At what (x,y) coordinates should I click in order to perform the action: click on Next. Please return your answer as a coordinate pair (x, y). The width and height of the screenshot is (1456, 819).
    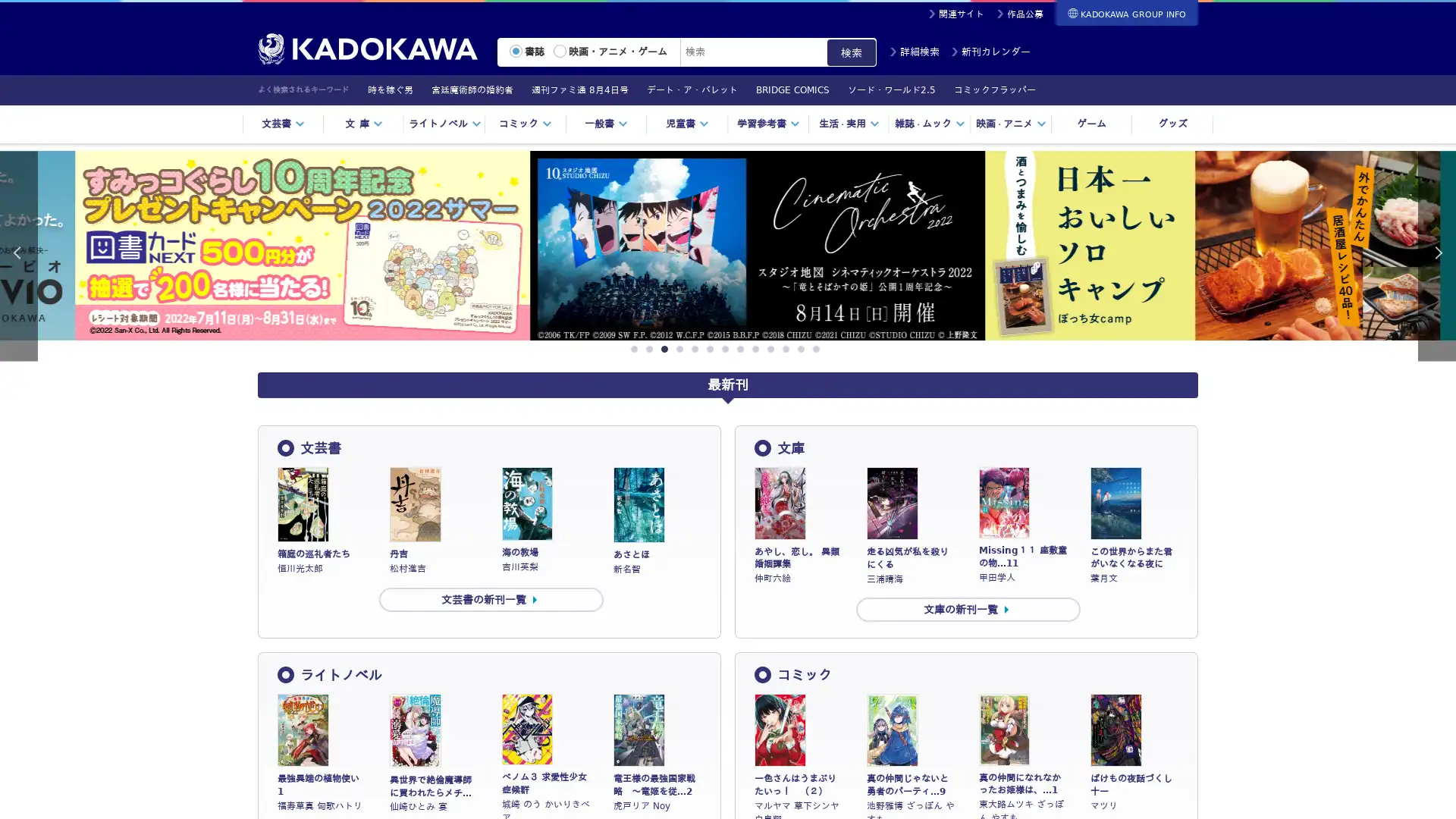
    Looking at the image, I should click on (1208, 90).